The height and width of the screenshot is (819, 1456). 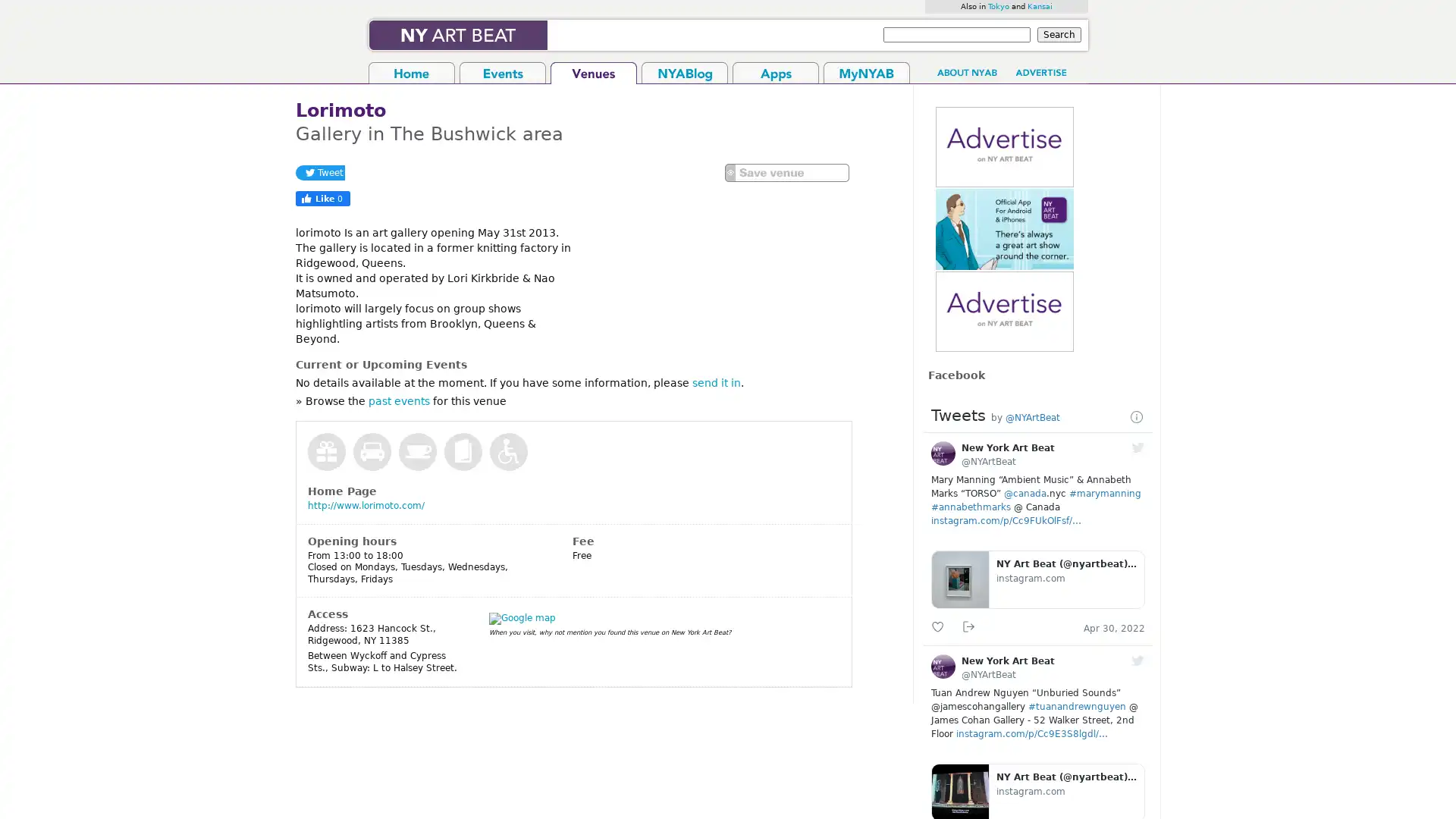 I want to click on Search, so click(x=1058, y=34).